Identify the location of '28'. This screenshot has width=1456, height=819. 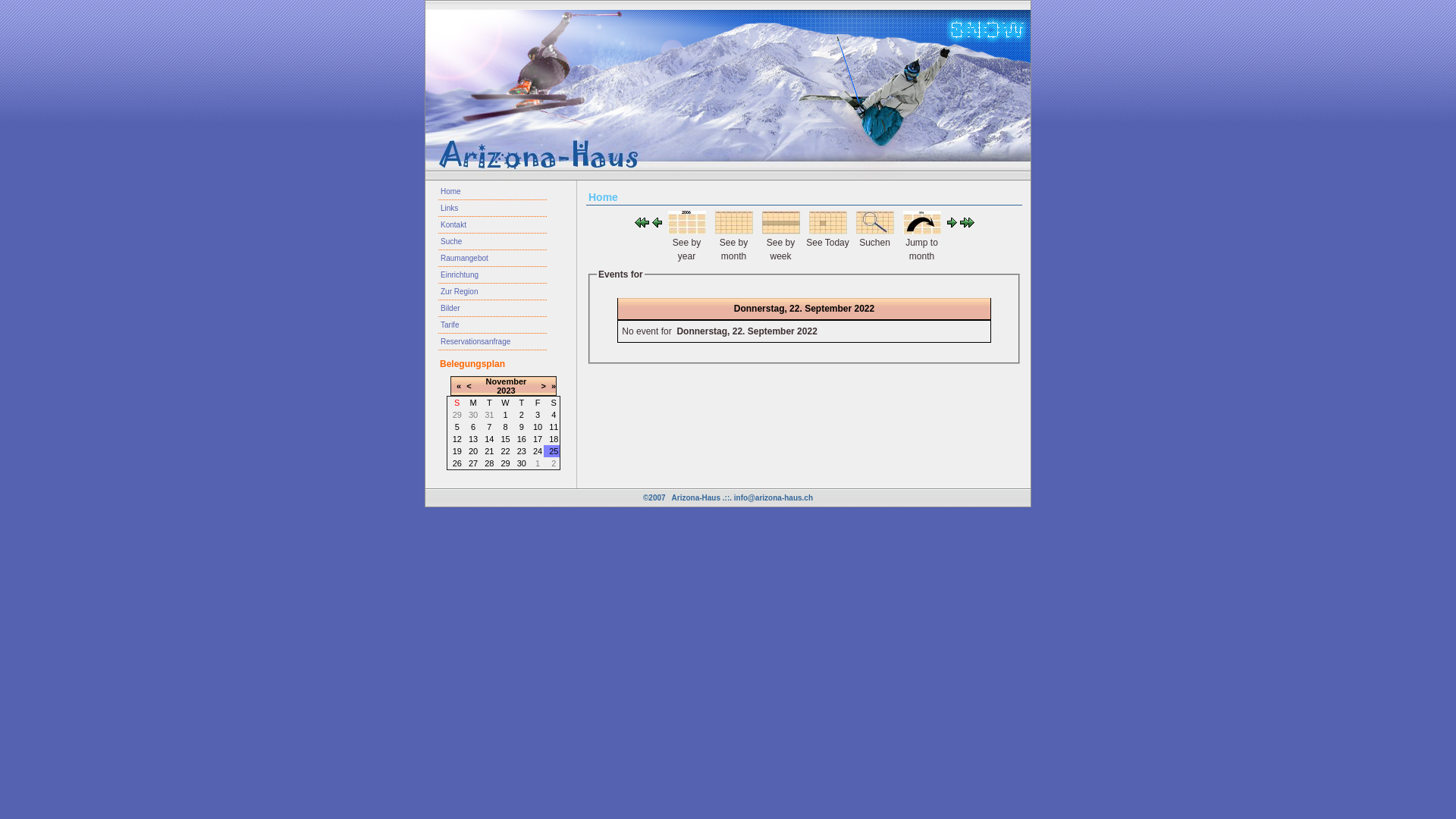
(488, 462).